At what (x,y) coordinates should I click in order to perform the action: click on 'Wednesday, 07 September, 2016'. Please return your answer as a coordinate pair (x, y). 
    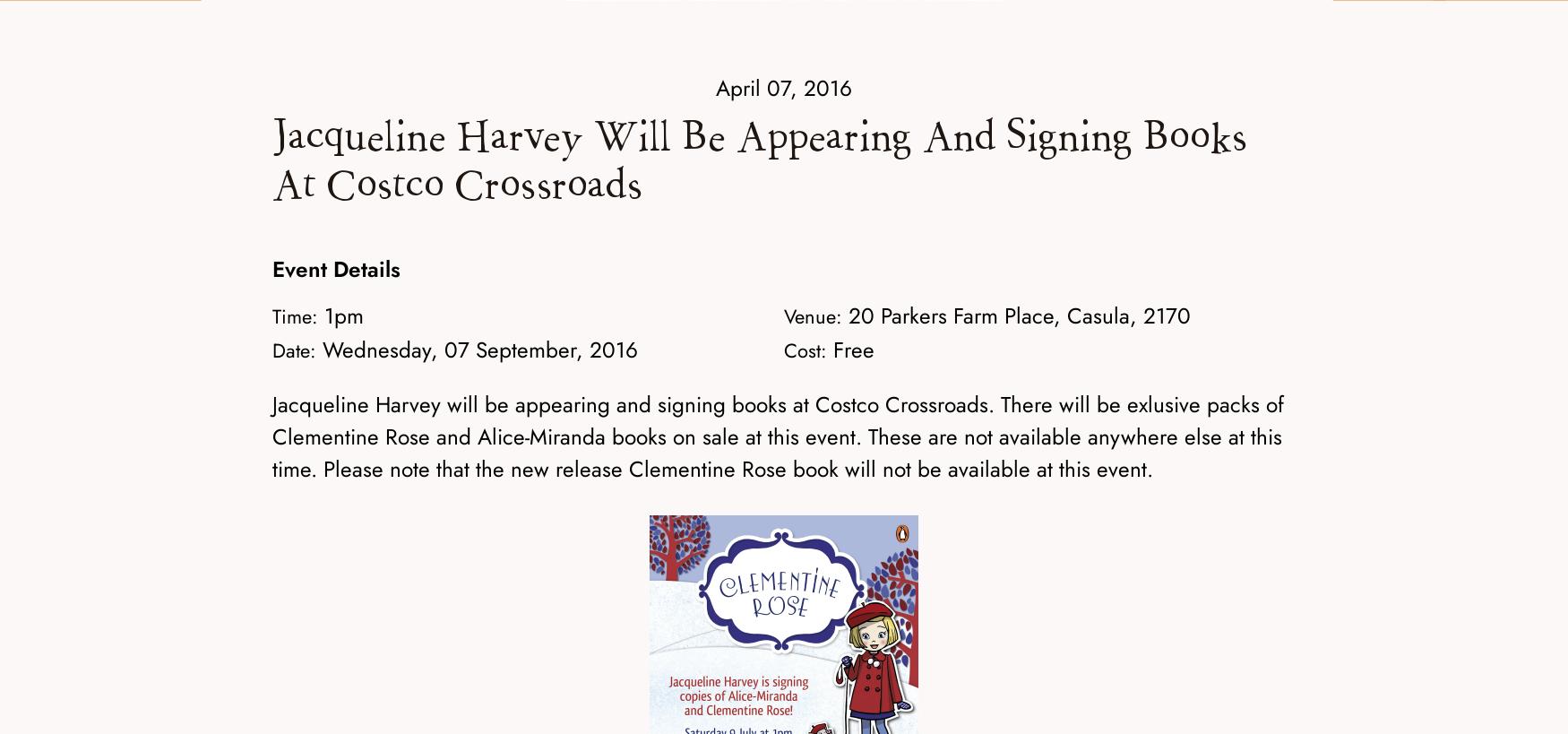
    Looking at the image, I should click on (478, 348).